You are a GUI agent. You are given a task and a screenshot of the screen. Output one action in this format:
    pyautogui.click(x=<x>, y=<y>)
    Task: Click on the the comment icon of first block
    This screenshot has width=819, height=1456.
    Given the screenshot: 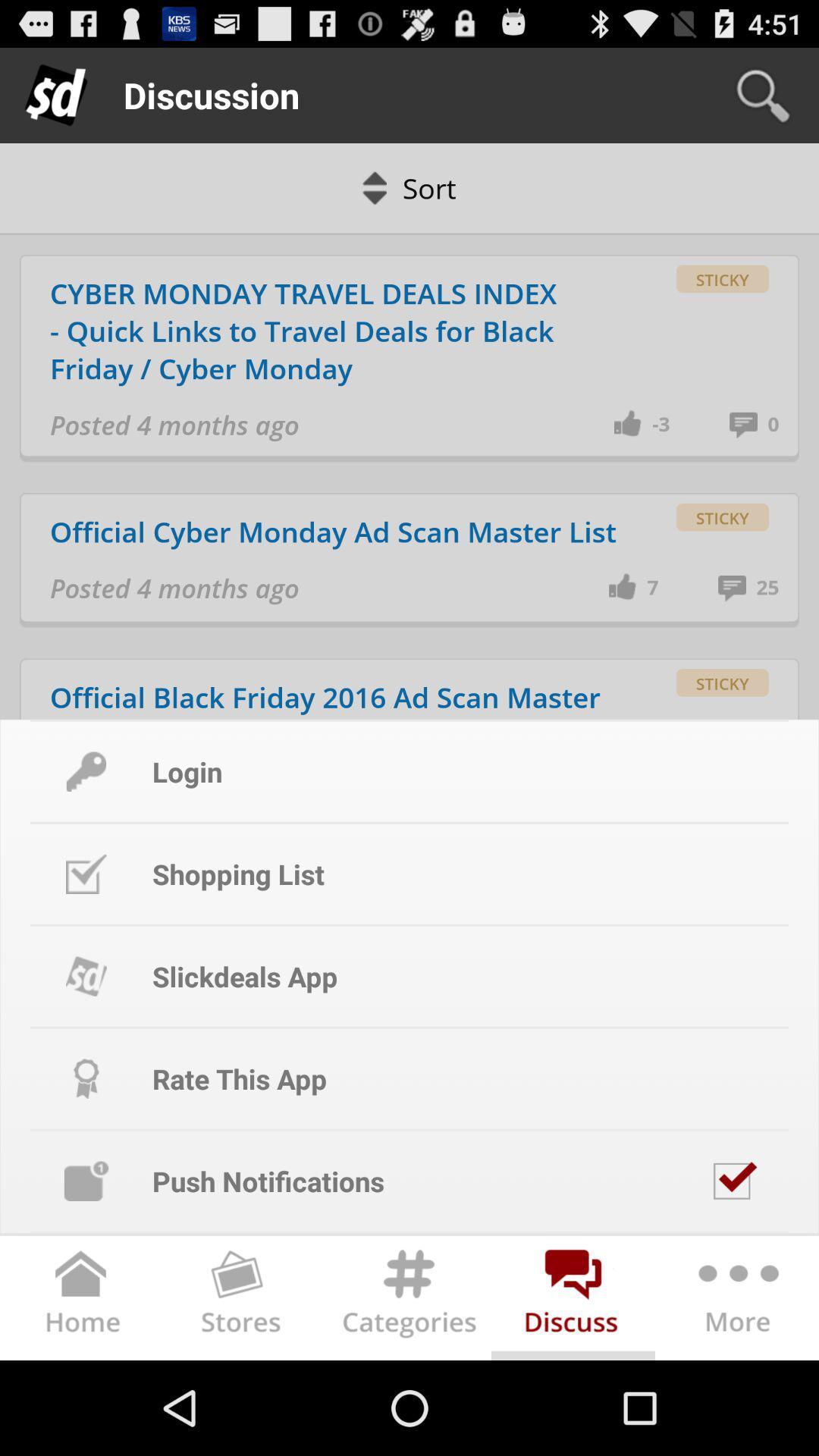 What is the action you would take?
    pyautogui.click(x=748, y=424)
    